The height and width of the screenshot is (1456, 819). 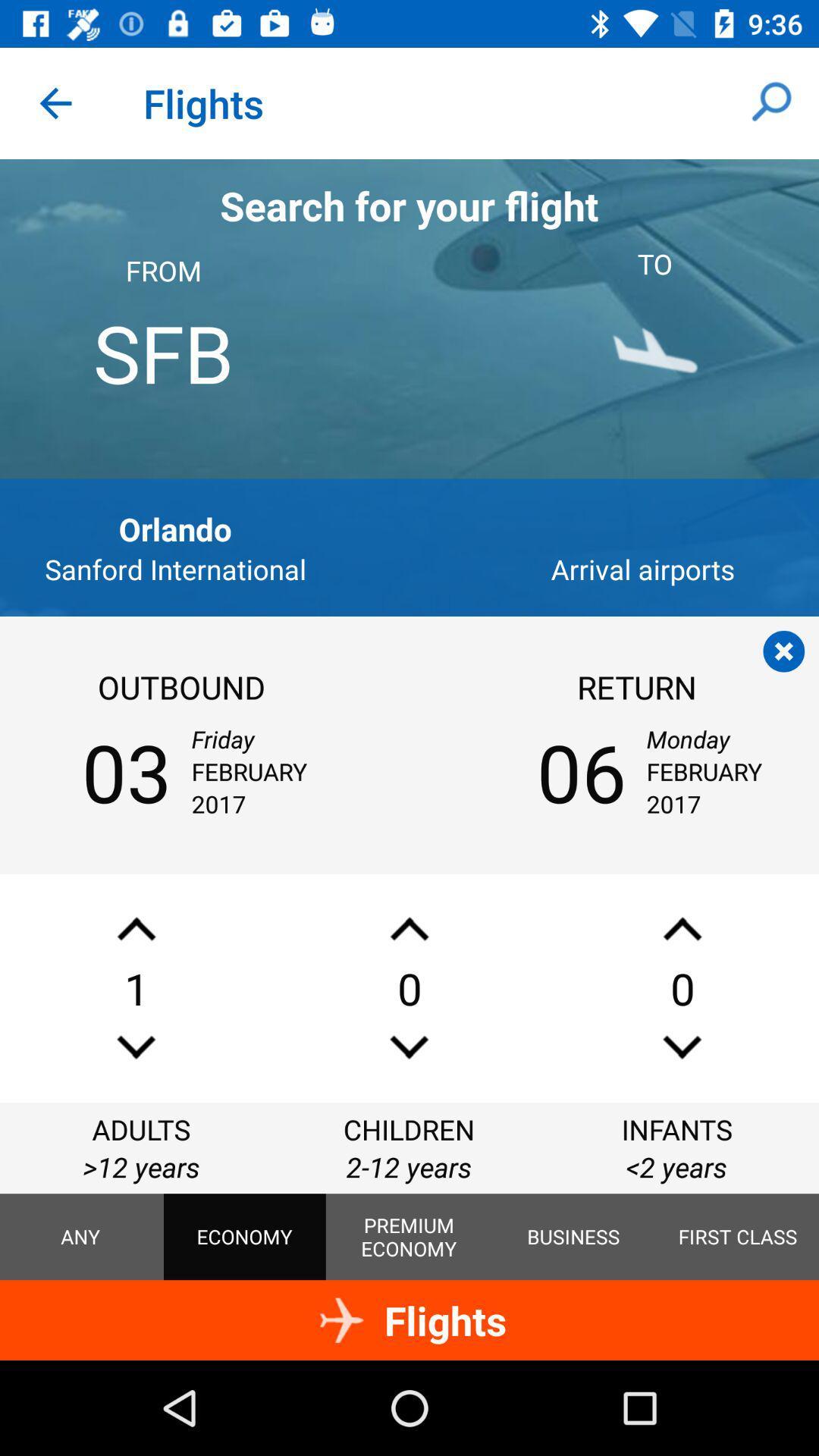 I want to click on scroll up, so click(x=409, y=928).